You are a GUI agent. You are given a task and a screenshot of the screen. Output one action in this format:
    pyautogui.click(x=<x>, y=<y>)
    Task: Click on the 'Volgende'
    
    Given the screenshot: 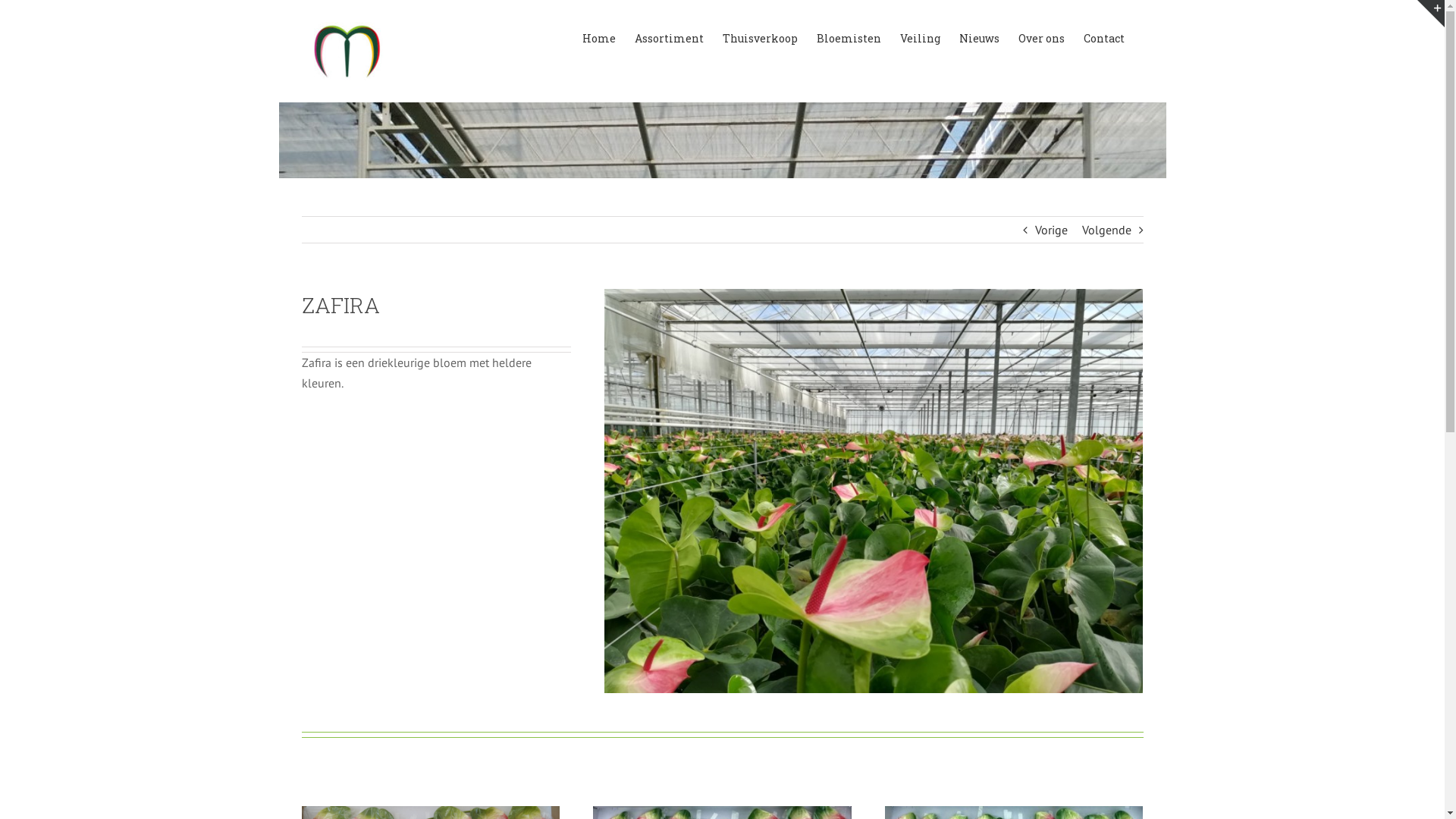 What is the action you would take?
    pyautogui.click(x=1106, y=230)
    